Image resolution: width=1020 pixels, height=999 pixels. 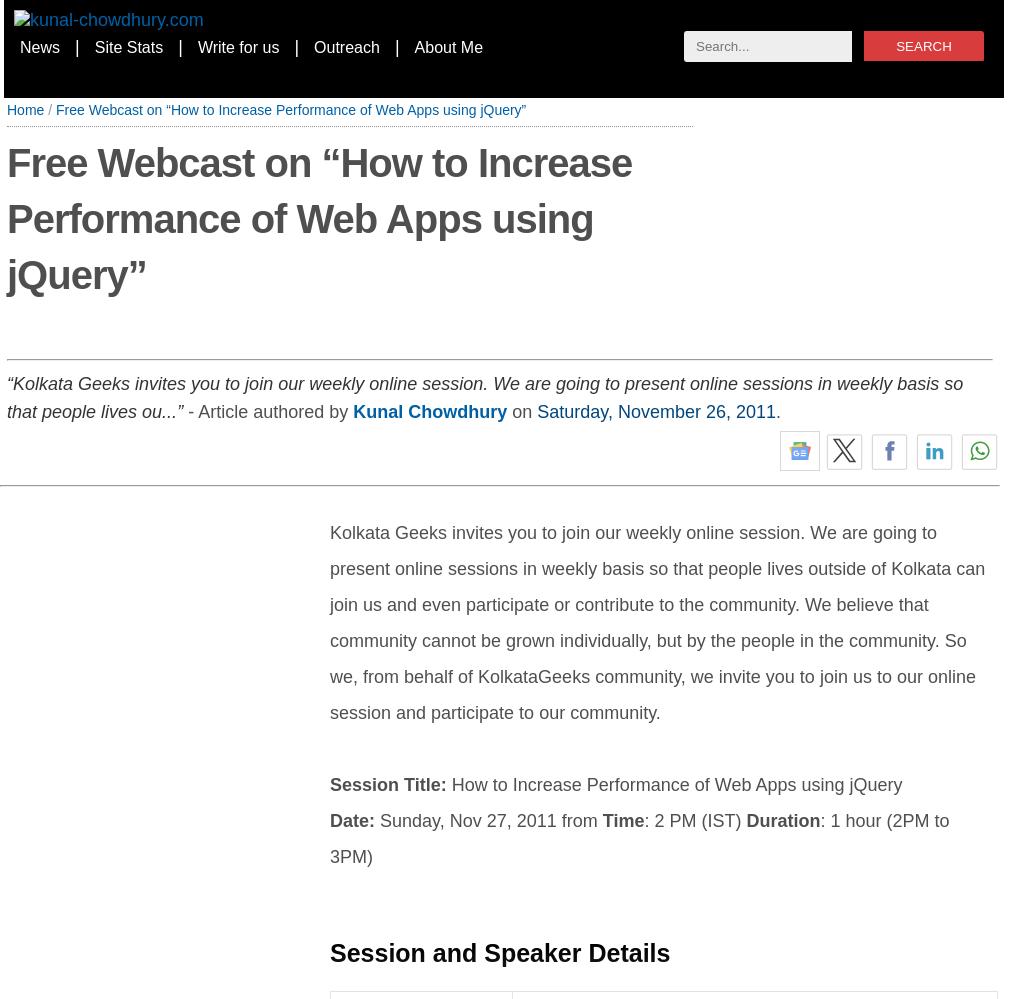 I want to click on 'Sunday, Nov 27, 2011 from', so click(x=488, y=820).